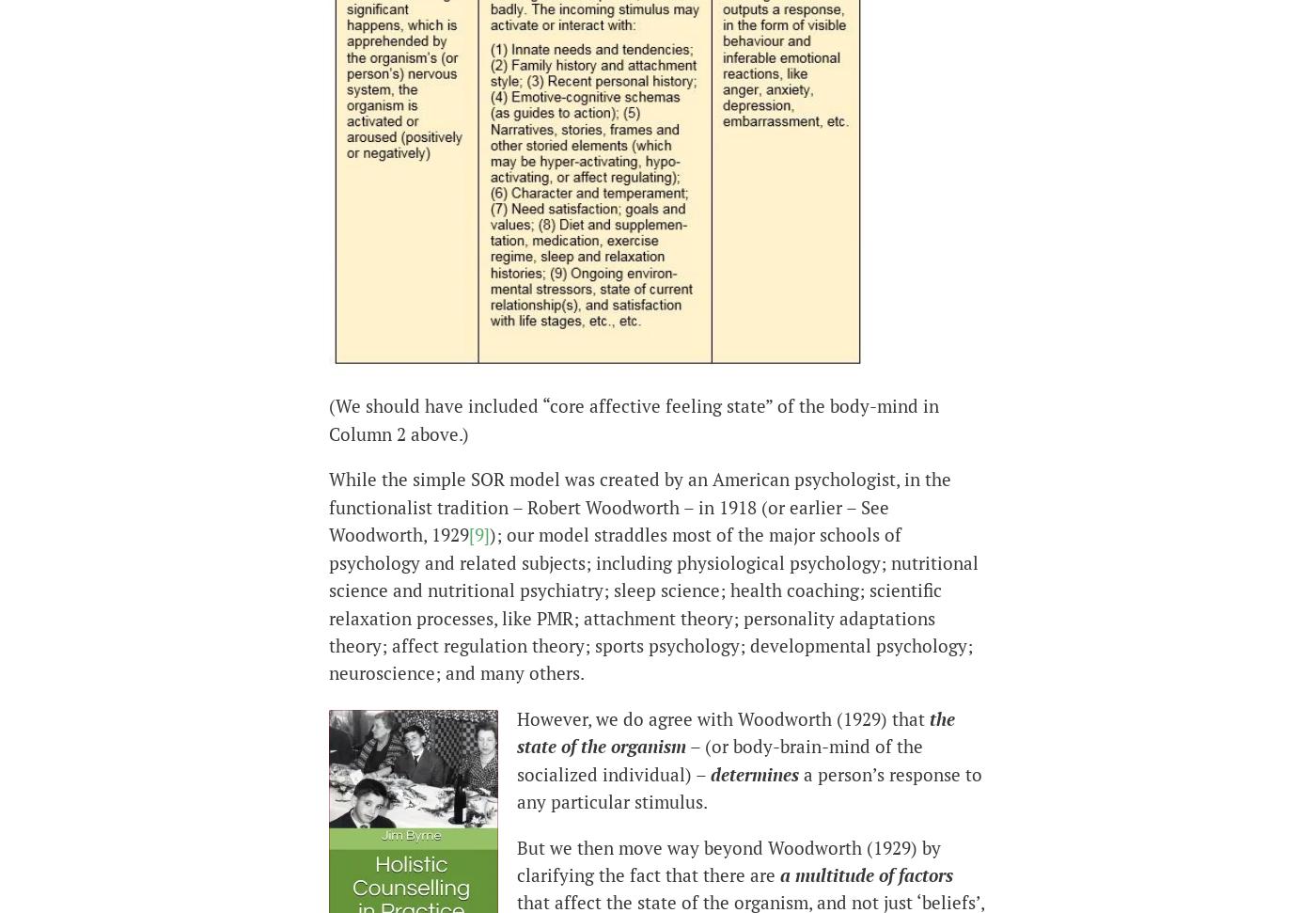 The height and width of the screenshot is (913, 1316). What do you see at coordinates (653, 603) in the screenshot?
I see `'); our model straddles most of the major schools of psychology and related subjects; including physiological psychology; nutritional science and nutritional psychiatry; sleep science; health coaching; scientific relaxation processes, like PMR; attachment theory; personality adaptations theory; affect regulation theory; sports psychology; developmental psychology; neuroscience; and many others.'` at bounding box center [653, 603].